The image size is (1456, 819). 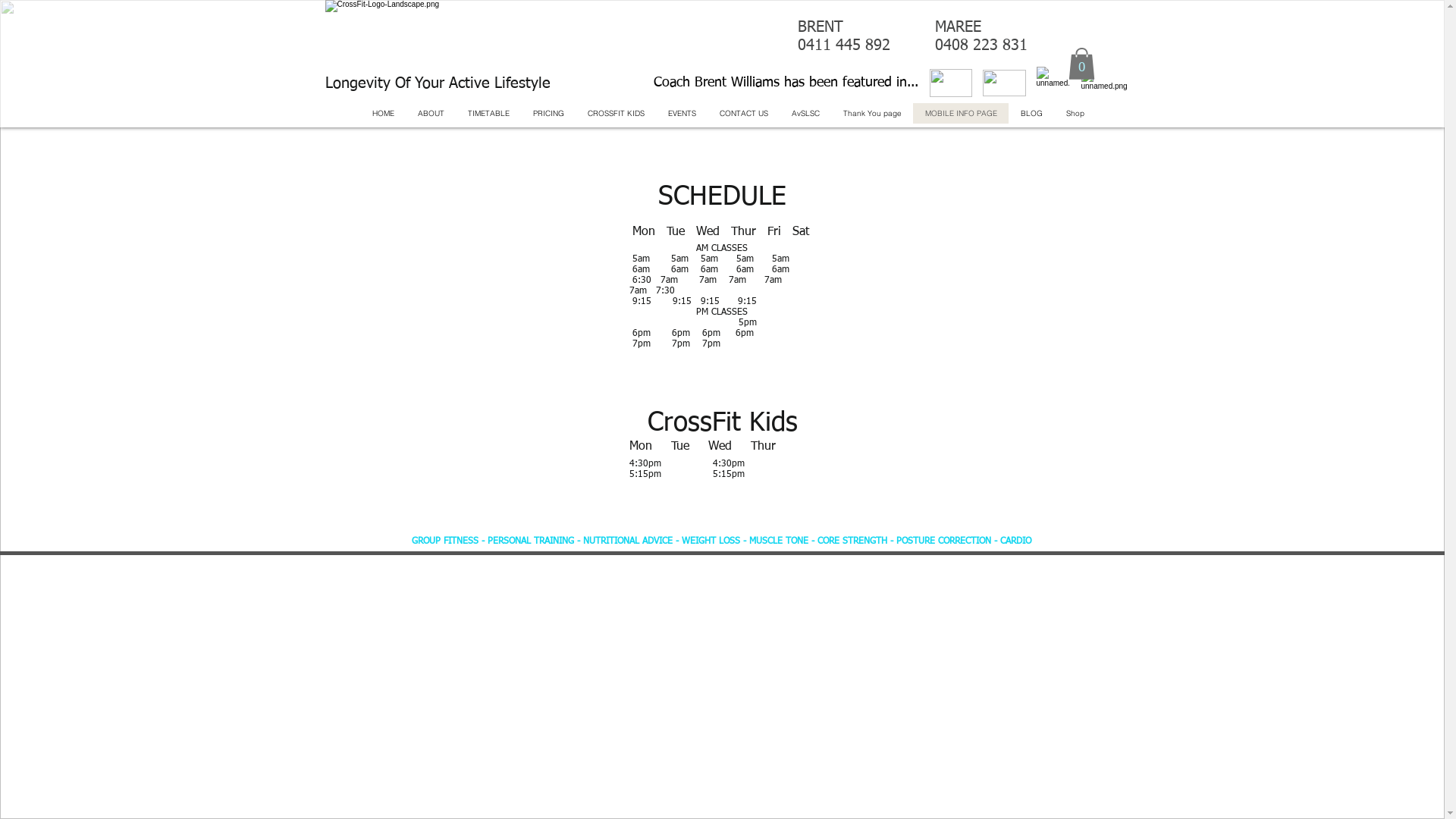 What do you see at coordinates (872, 112) in the screenshot?
I see `'Thank You page'` at bounding box center [872, 112].